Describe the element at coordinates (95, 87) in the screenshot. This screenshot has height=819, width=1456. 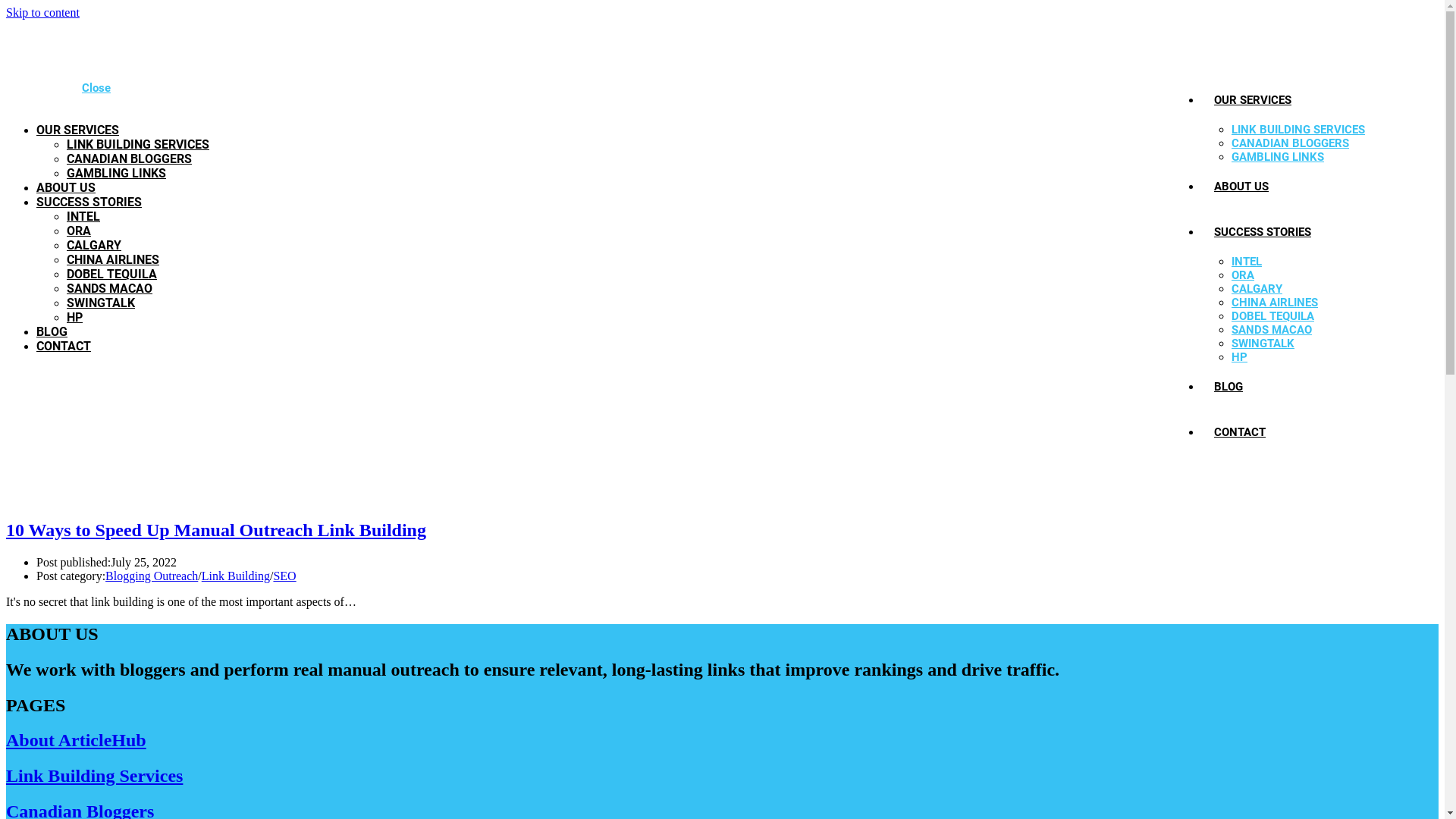
I see `'Close'` at that location.